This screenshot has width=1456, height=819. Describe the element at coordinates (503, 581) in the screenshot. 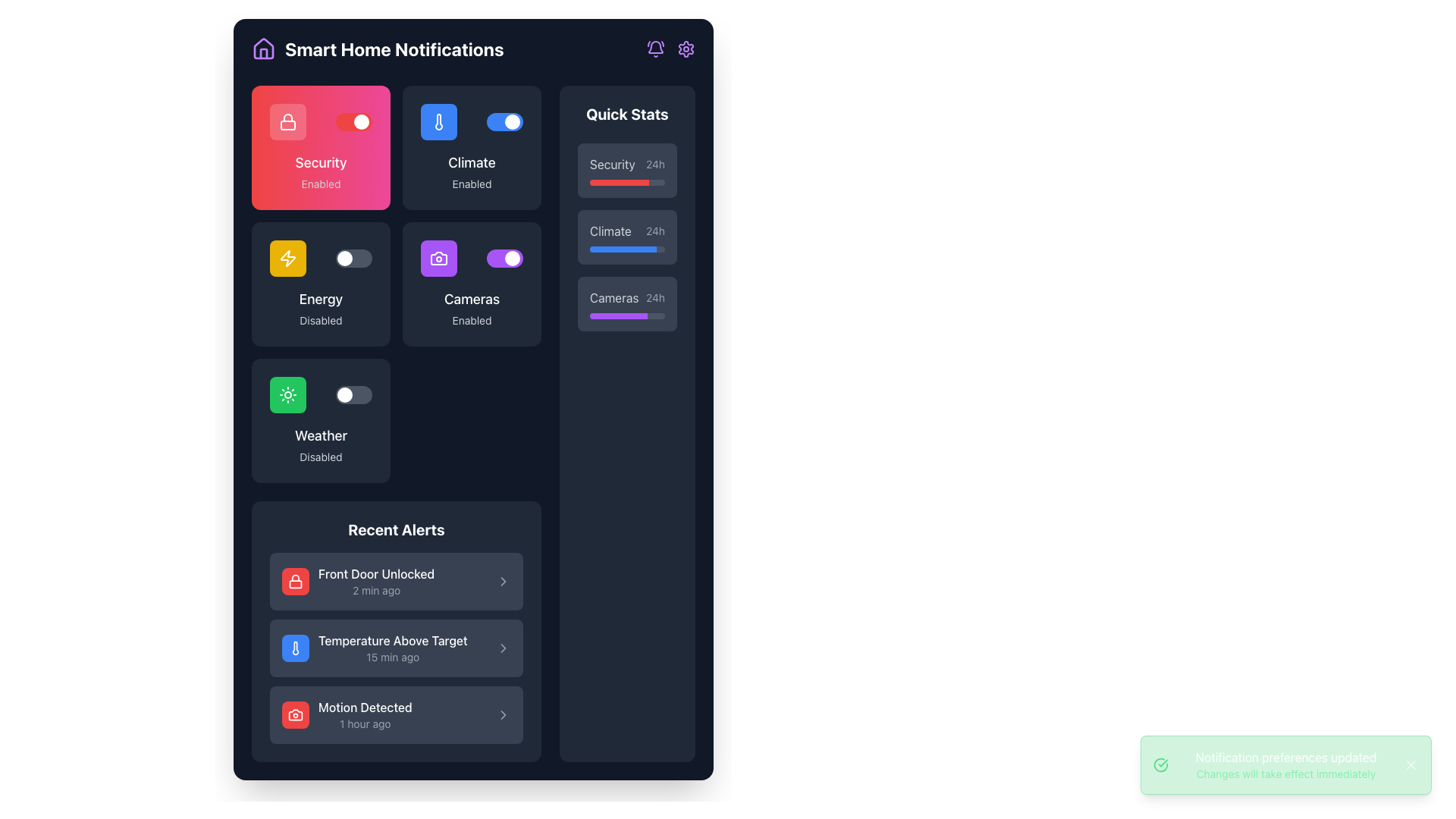

I see `the right-pointing chevron icon located at the rightmost position of the 'Front Door Unlocked' module` at that location.